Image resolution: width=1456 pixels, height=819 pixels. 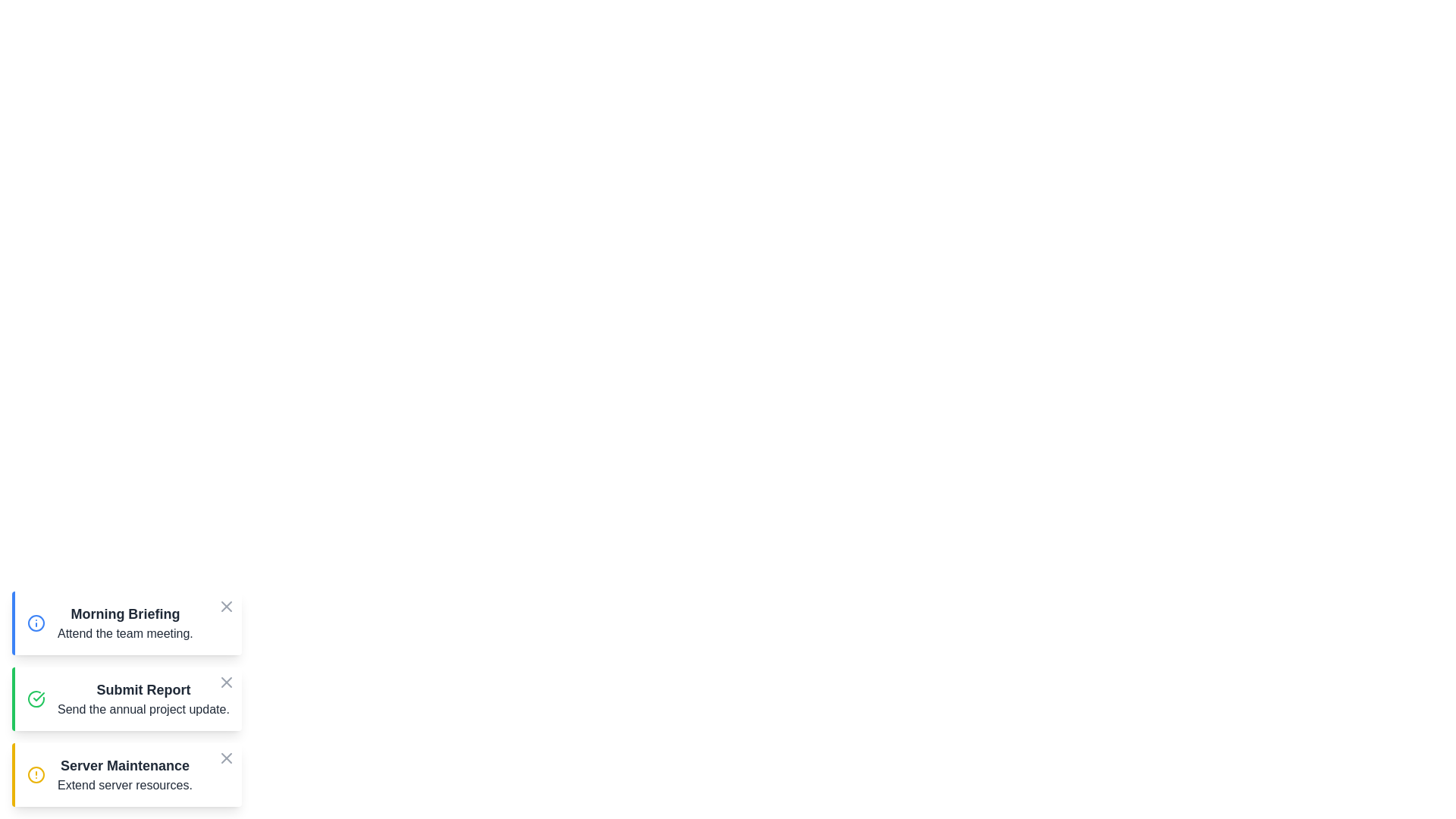 What do you see at coordinates (124, 775) in the screenshot?
I see `the text block that serves as a title and description for a server maintenance-related action, located below the 'Submit Report' entry and above a blank space` at bounding box center [124, 775].